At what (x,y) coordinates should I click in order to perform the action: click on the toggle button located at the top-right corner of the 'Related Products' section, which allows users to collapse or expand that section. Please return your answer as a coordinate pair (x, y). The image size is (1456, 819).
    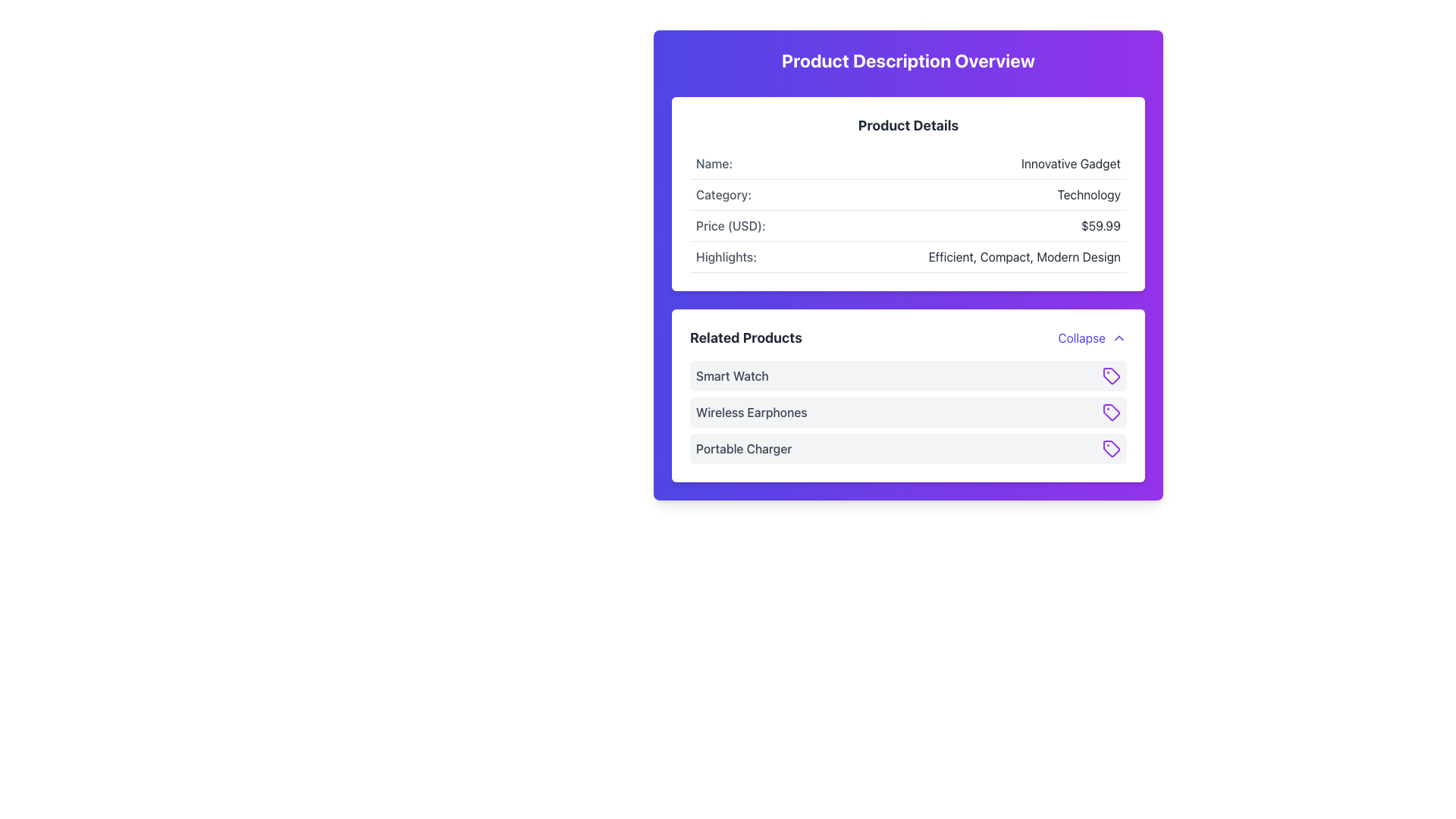
    Looking at the image, I should click on (1092, 337).